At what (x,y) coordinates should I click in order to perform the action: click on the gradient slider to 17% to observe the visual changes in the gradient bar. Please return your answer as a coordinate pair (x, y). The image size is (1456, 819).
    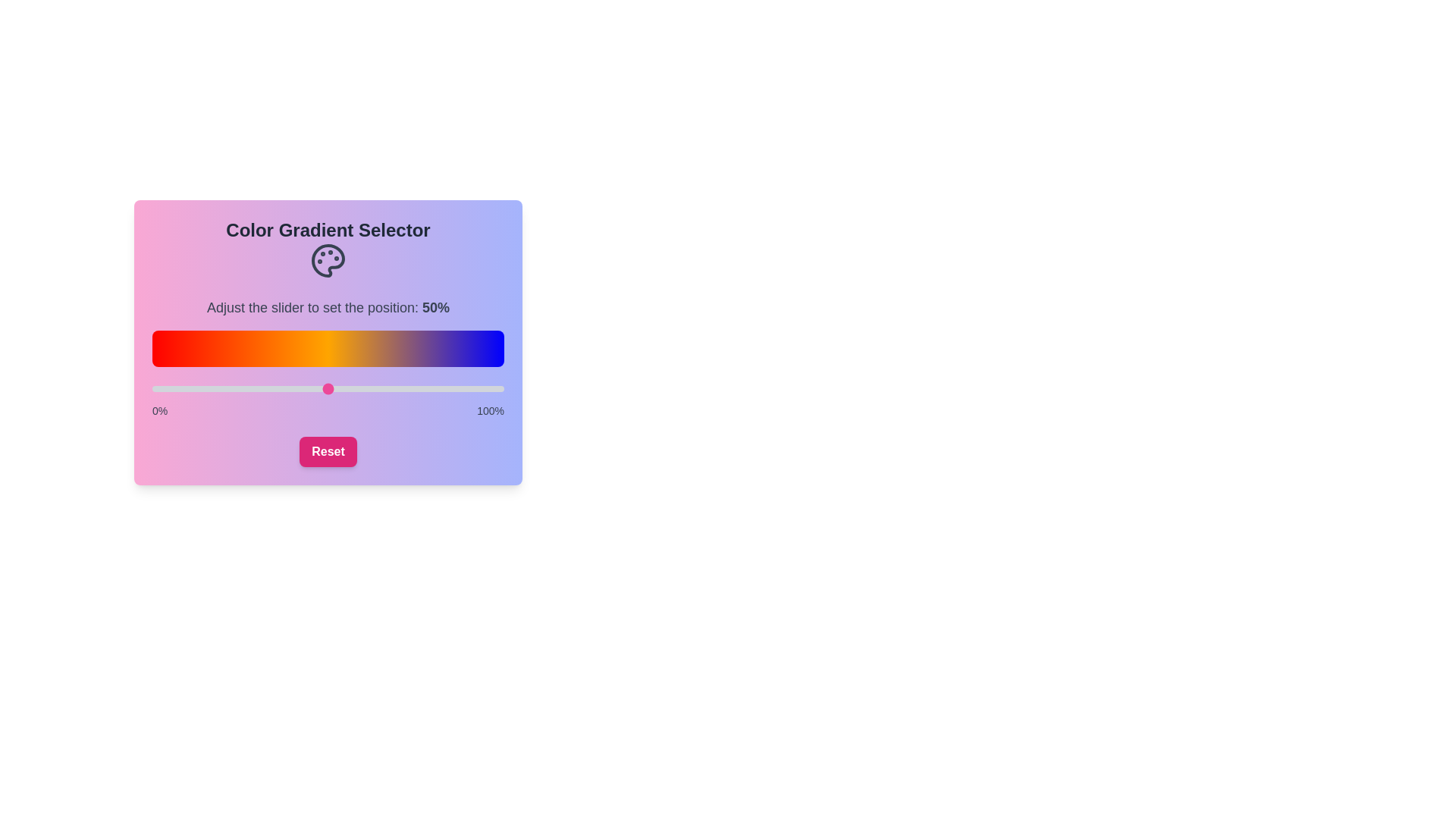
    Looking at the image, I should click on (211, 388).